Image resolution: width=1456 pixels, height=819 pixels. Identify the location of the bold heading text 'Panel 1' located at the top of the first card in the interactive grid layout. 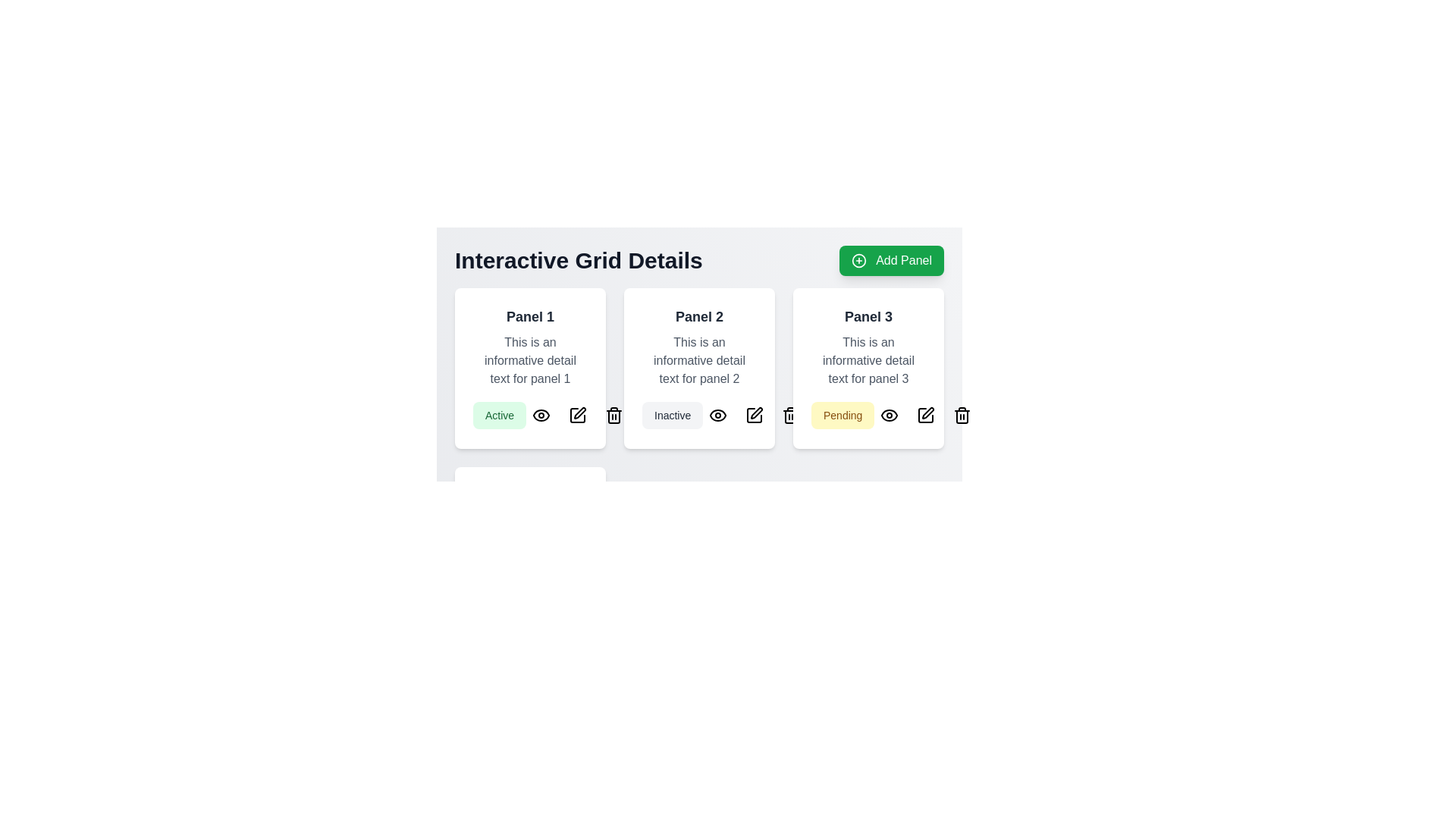
(530, 315).